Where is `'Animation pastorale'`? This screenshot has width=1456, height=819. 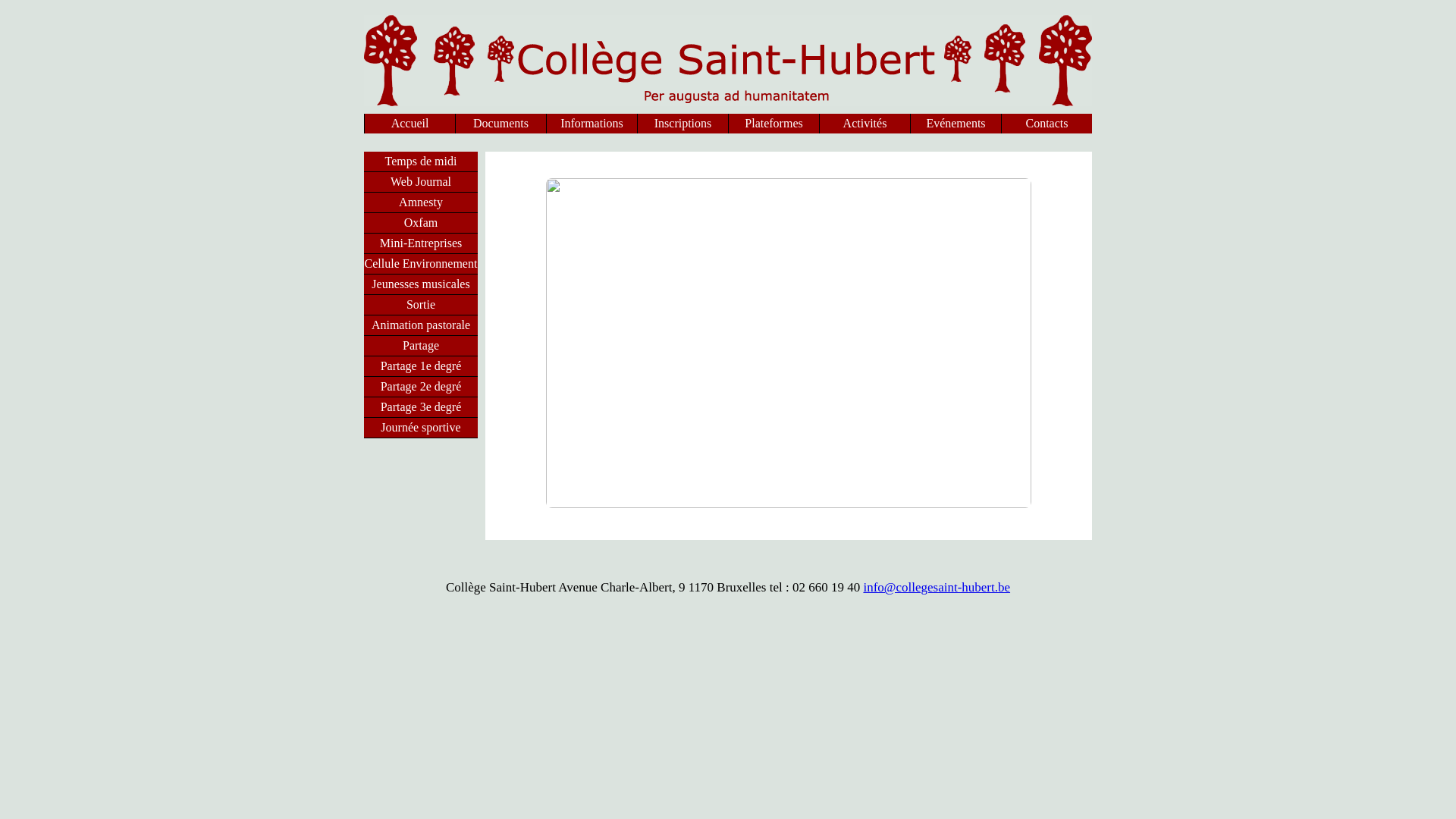
'Animation pastorale' is located at coordinates (421, 324).